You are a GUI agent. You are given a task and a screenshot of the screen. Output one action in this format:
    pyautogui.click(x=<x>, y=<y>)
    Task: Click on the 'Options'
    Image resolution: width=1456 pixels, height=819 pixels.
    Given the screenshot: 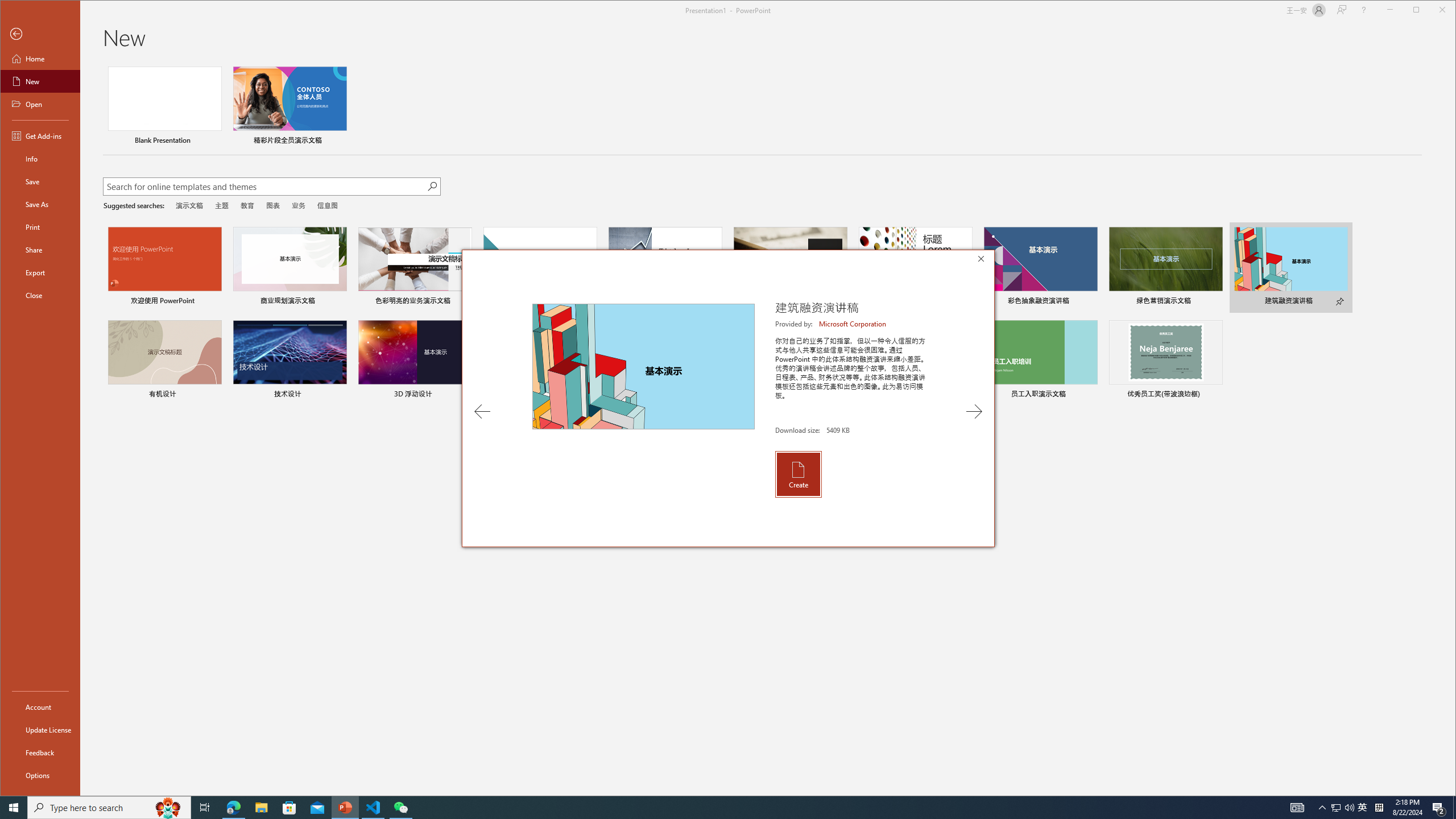 What is the action you would take?
    pyautogui.click(x=39, y=775)
    